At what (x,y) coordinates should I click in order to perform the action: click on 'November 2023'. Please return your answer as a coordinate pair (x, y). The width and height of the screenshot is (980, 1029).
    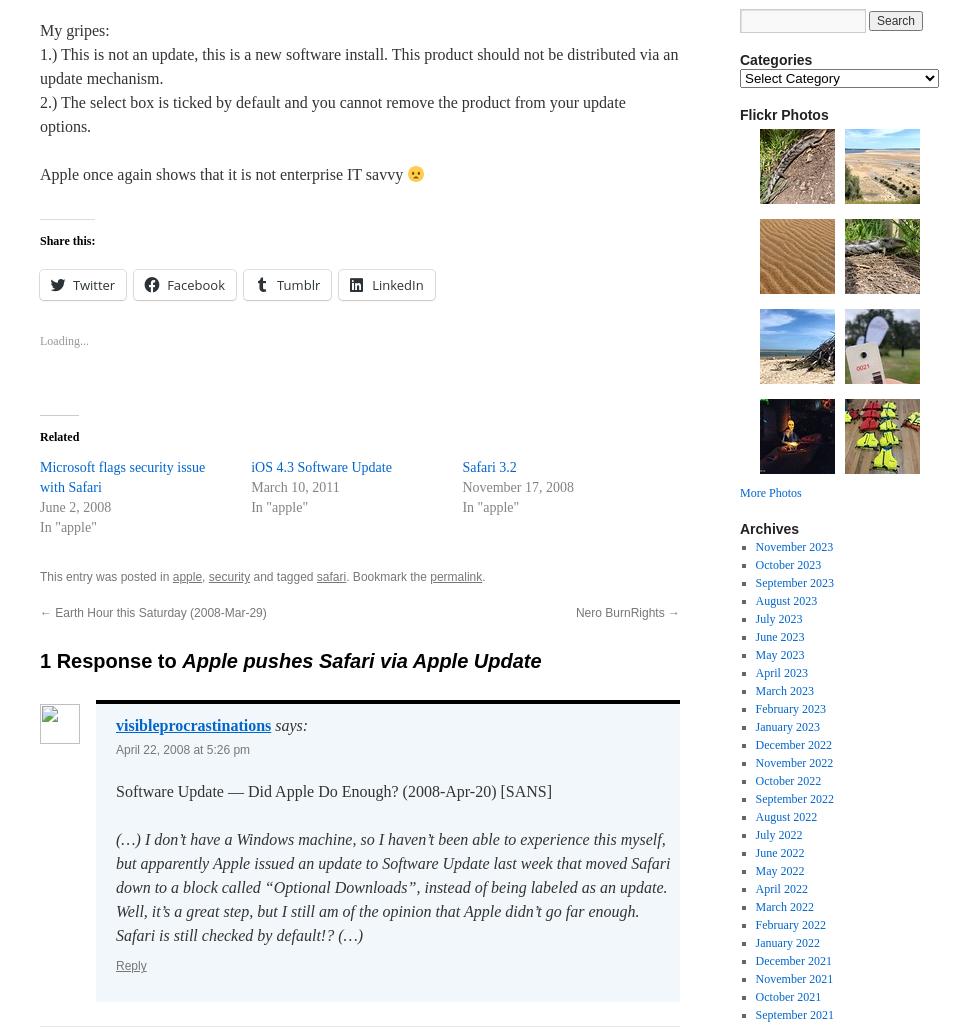
    Looking at the image, I should click on (793, 546).